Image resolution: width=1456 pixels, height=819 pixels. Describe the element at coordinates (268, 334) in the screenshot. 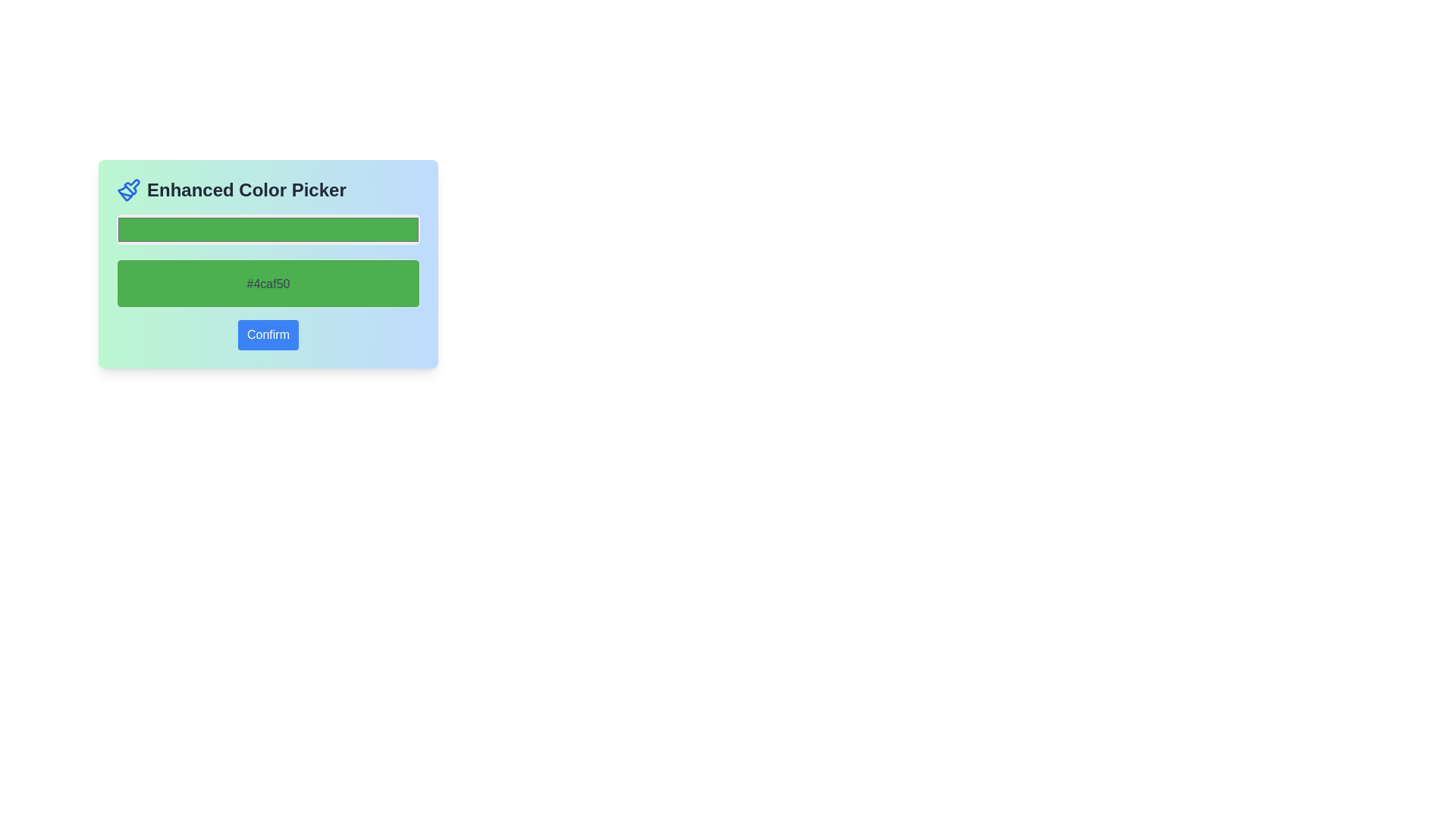

I see `the blue 'Confirm' button with rounded corners located at the bottom of the card layout to observe the style change` at that location.